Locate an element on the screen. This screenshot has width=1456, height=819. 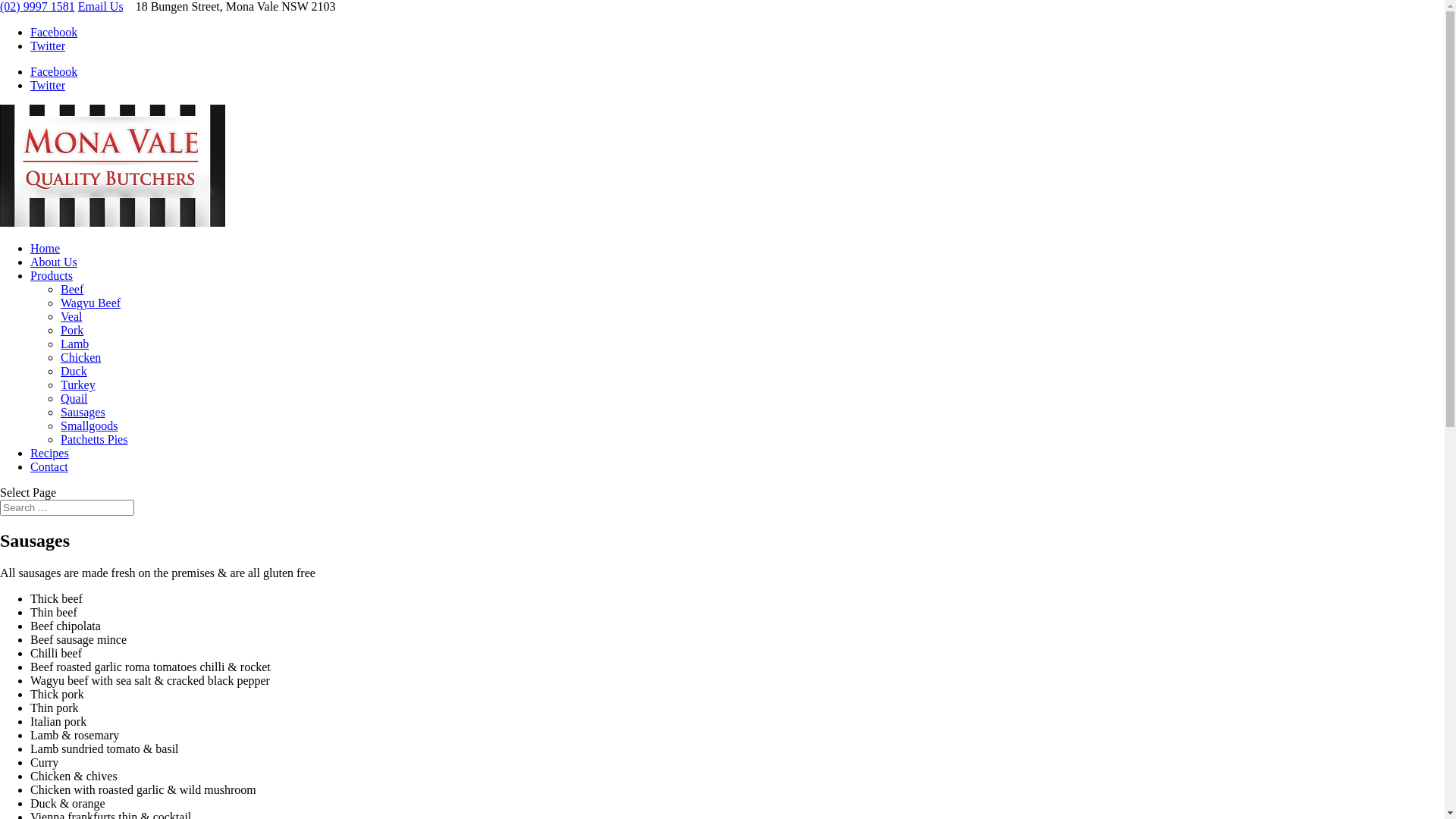
'Patchetts Pies' is located at coordinates (93, 439).